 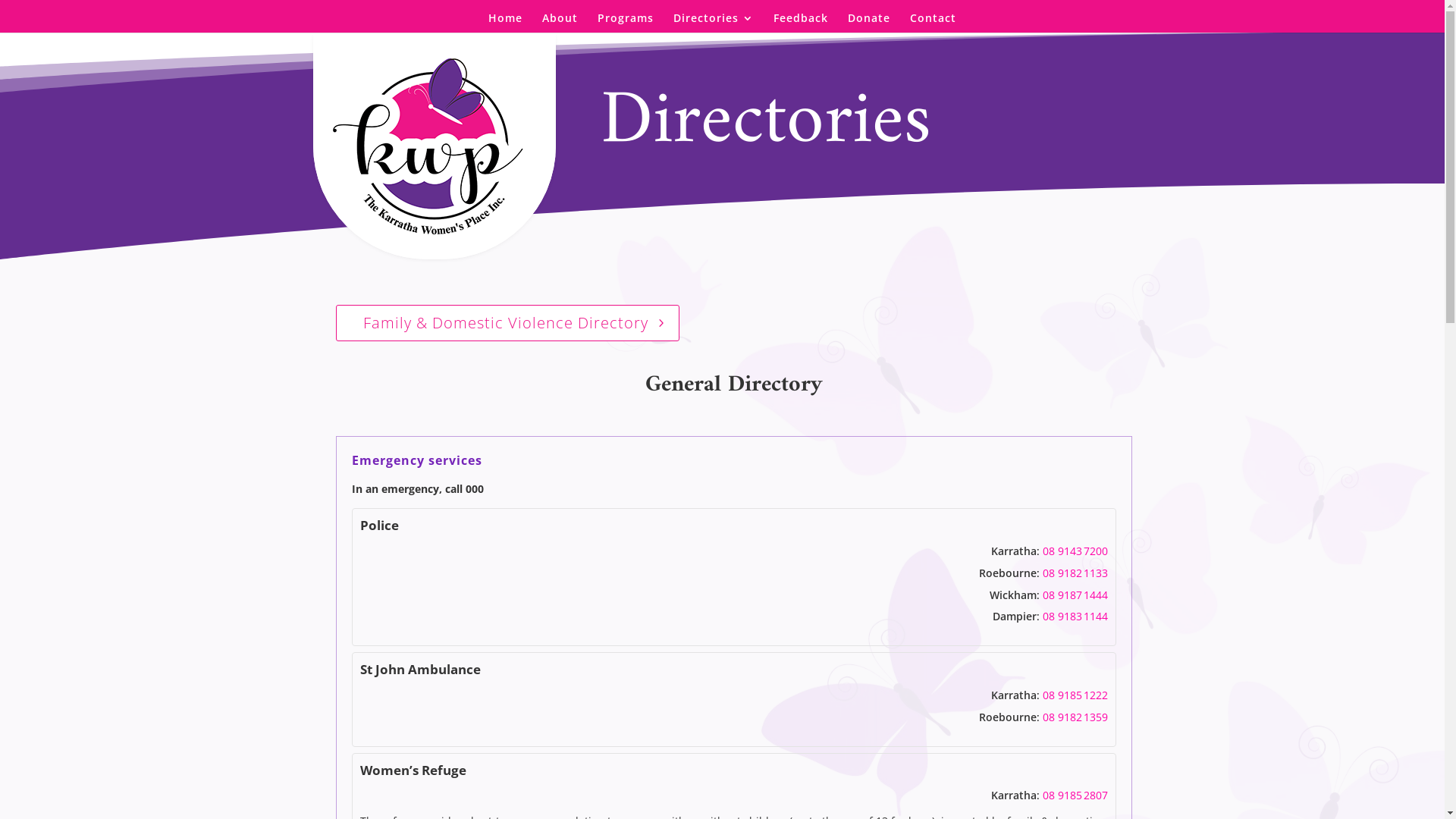 What do you see at coordinates (869, 23) in the screenshot?
I see `'Donate'` at bounding box center [869, 23].